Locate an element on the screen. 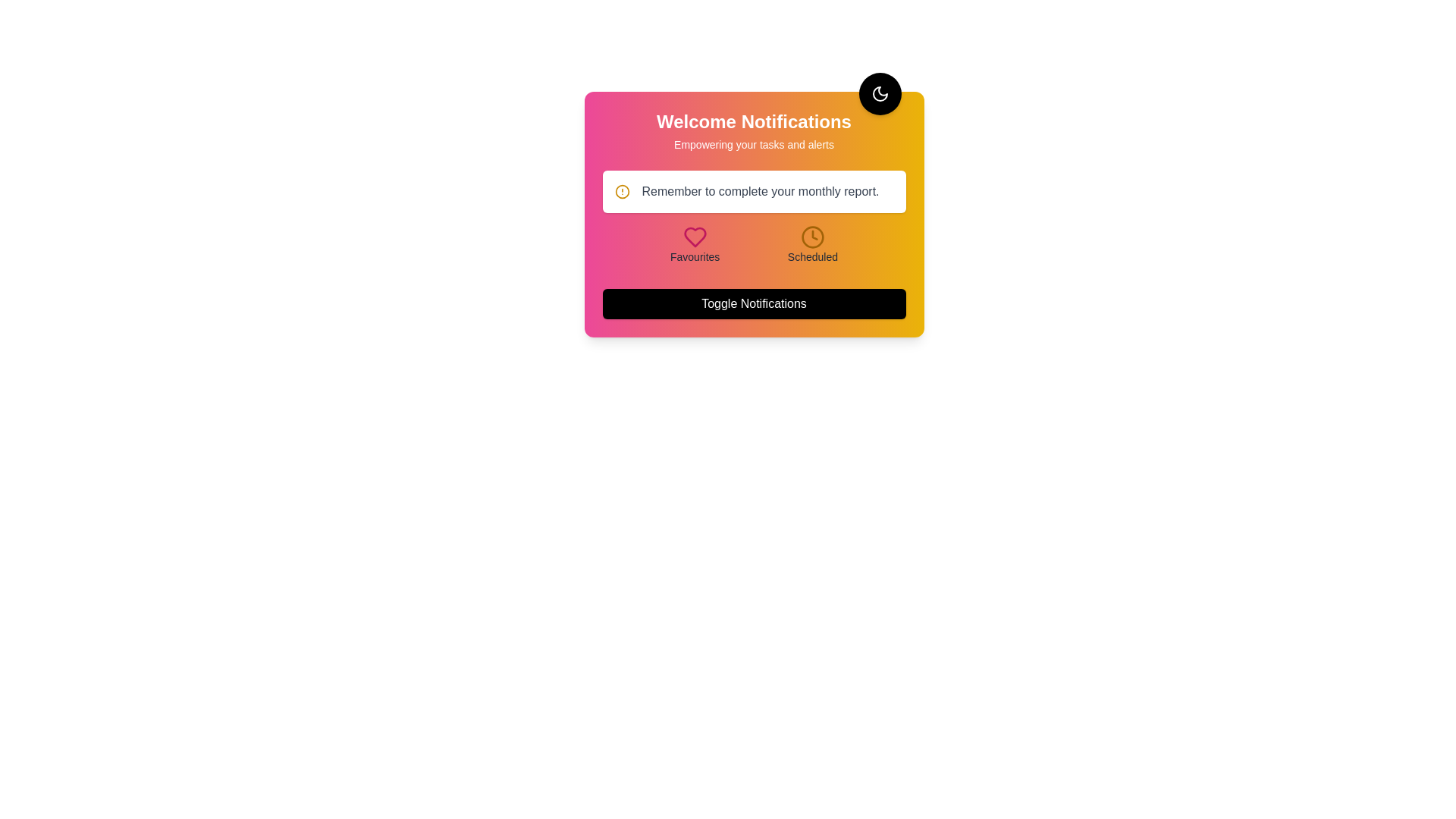  the informational alert text with accompanying icon that reminds the user about completing a monthly report, which is displayed in a notification box above the 'Favourites' and 'Scheduled' icons is located at coordinates (754, 191).